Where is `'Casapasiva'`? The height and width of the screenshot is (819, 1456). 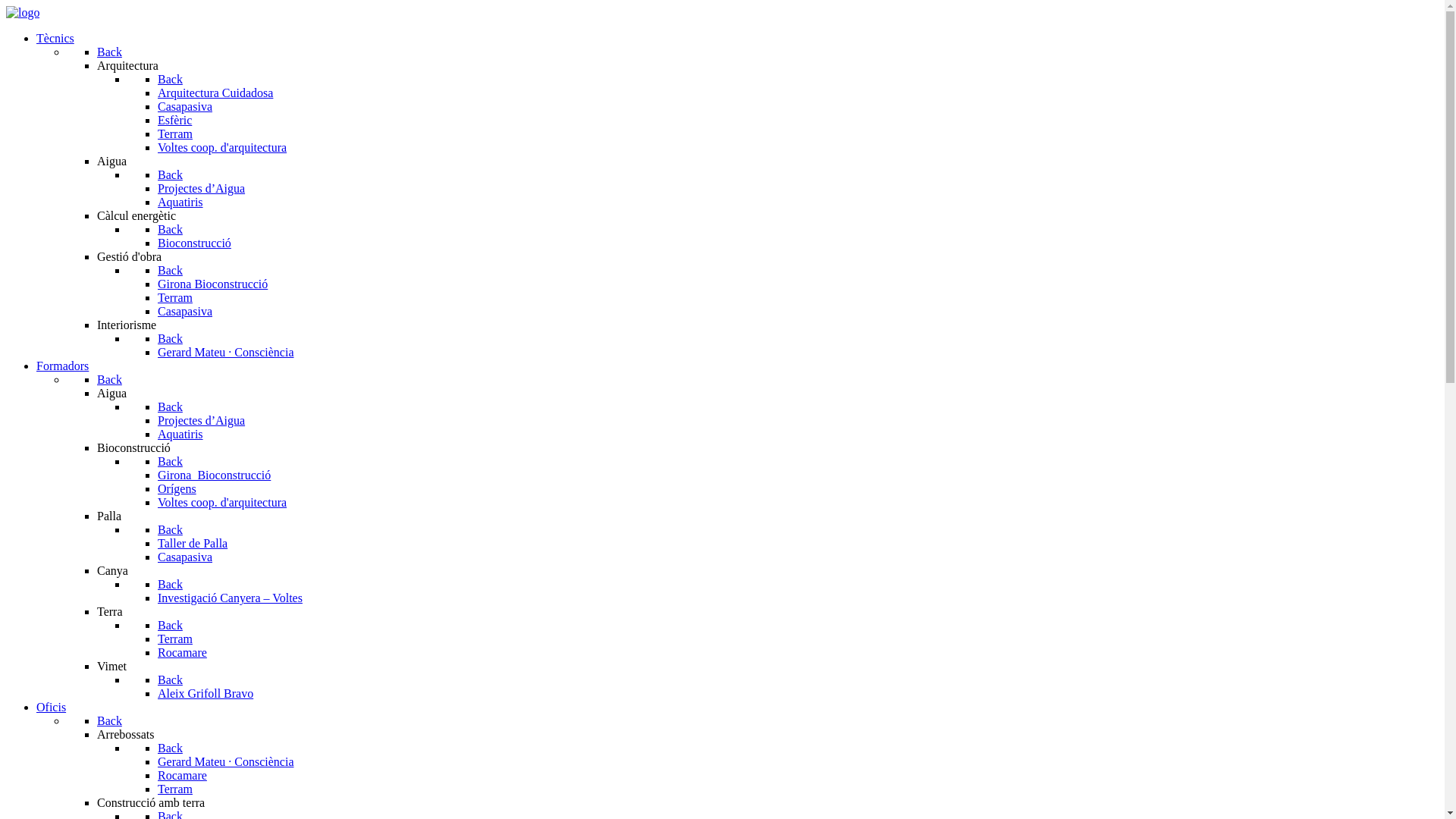 'Casapasiva' is located at coordinates (184, 105).